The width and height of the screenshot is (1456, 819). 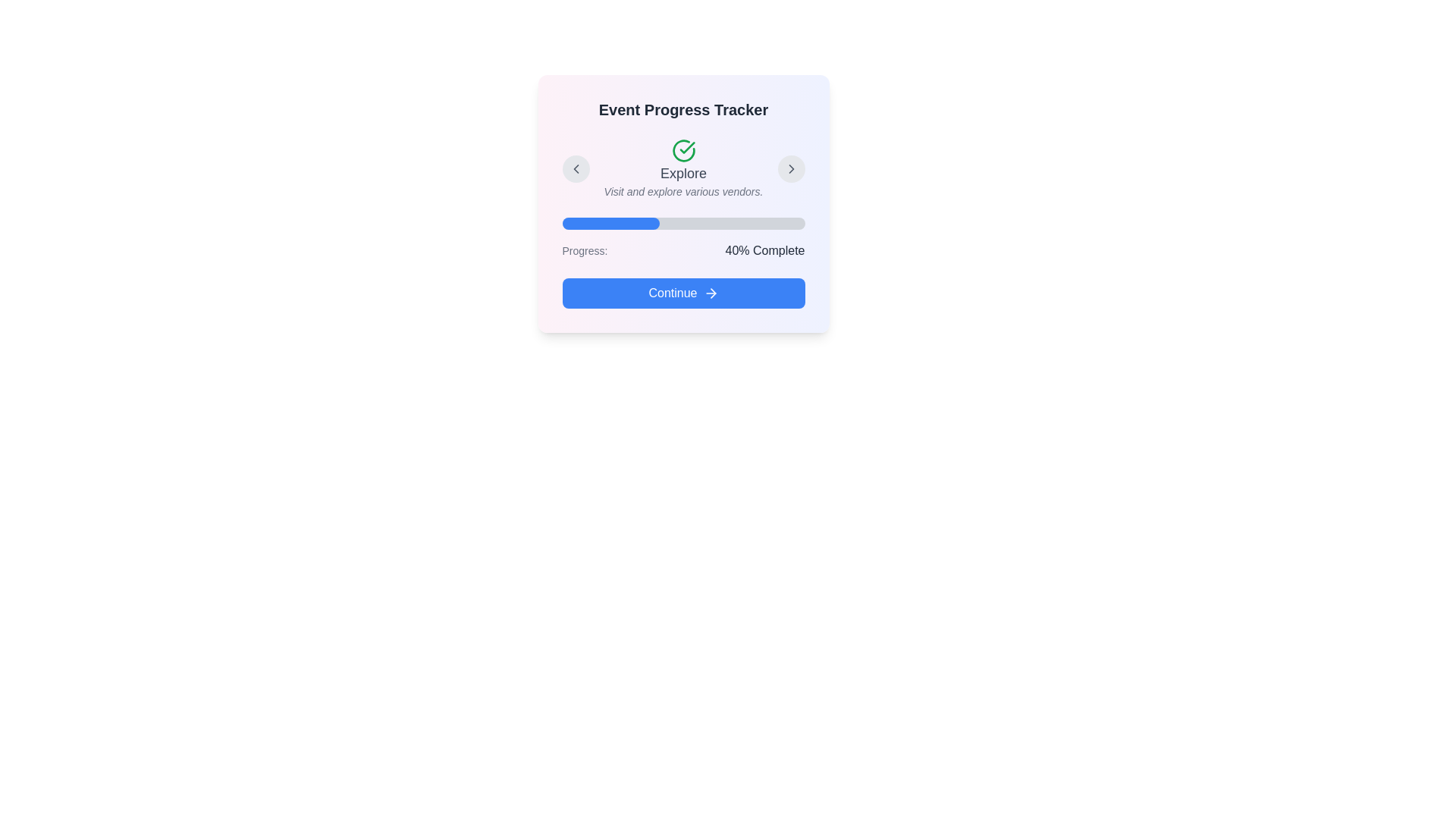 What do you see at coordinates (764, 250) in the screenshot?
I see `displayed text from the progress label indicating 40% completion, which is positioned to the right of 'Progress:' and above the 'Continue' button` at bounding box center [764, 250].